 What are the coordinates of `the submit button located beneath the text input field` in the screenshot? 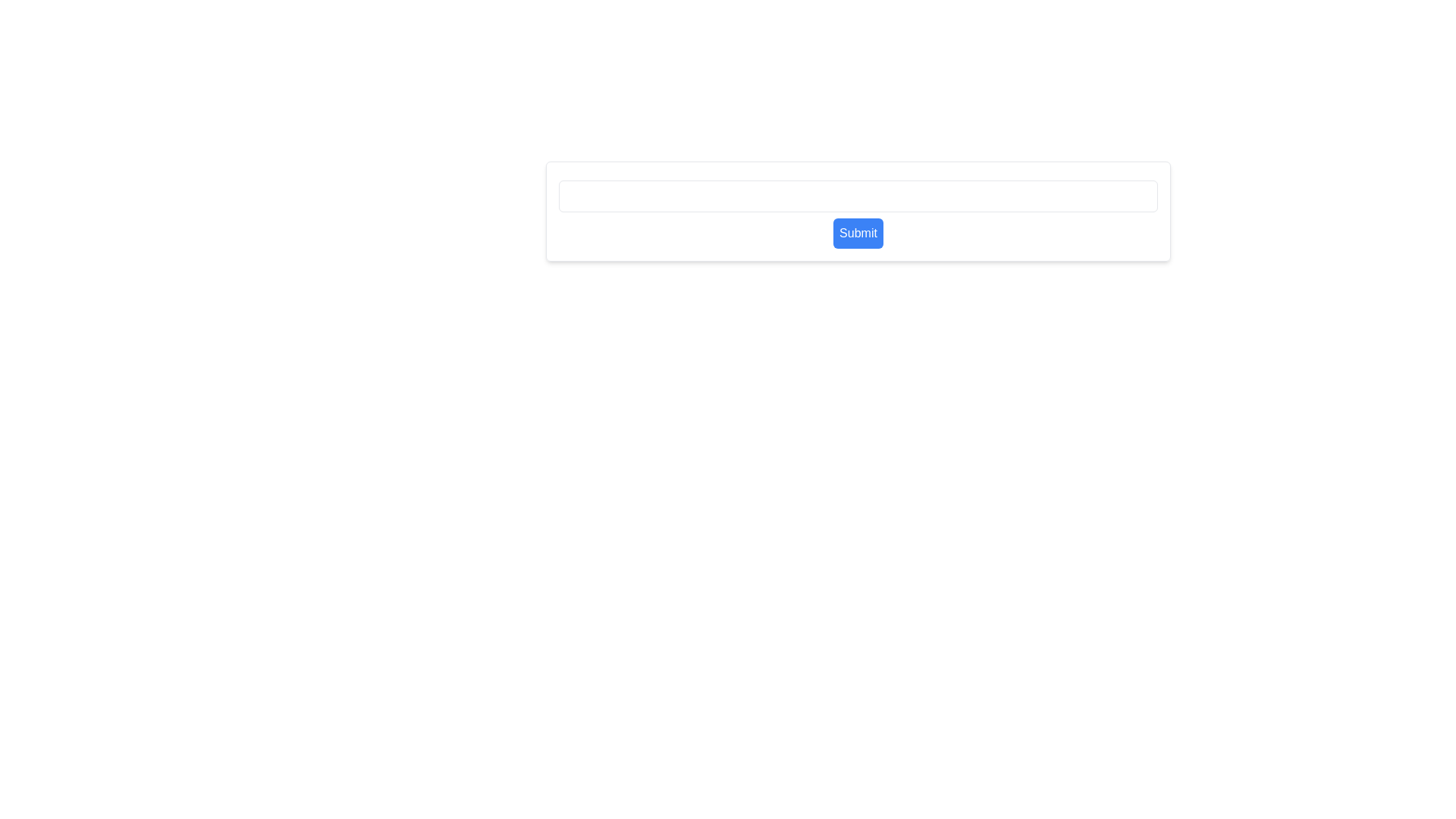 It's located at (858, 234).